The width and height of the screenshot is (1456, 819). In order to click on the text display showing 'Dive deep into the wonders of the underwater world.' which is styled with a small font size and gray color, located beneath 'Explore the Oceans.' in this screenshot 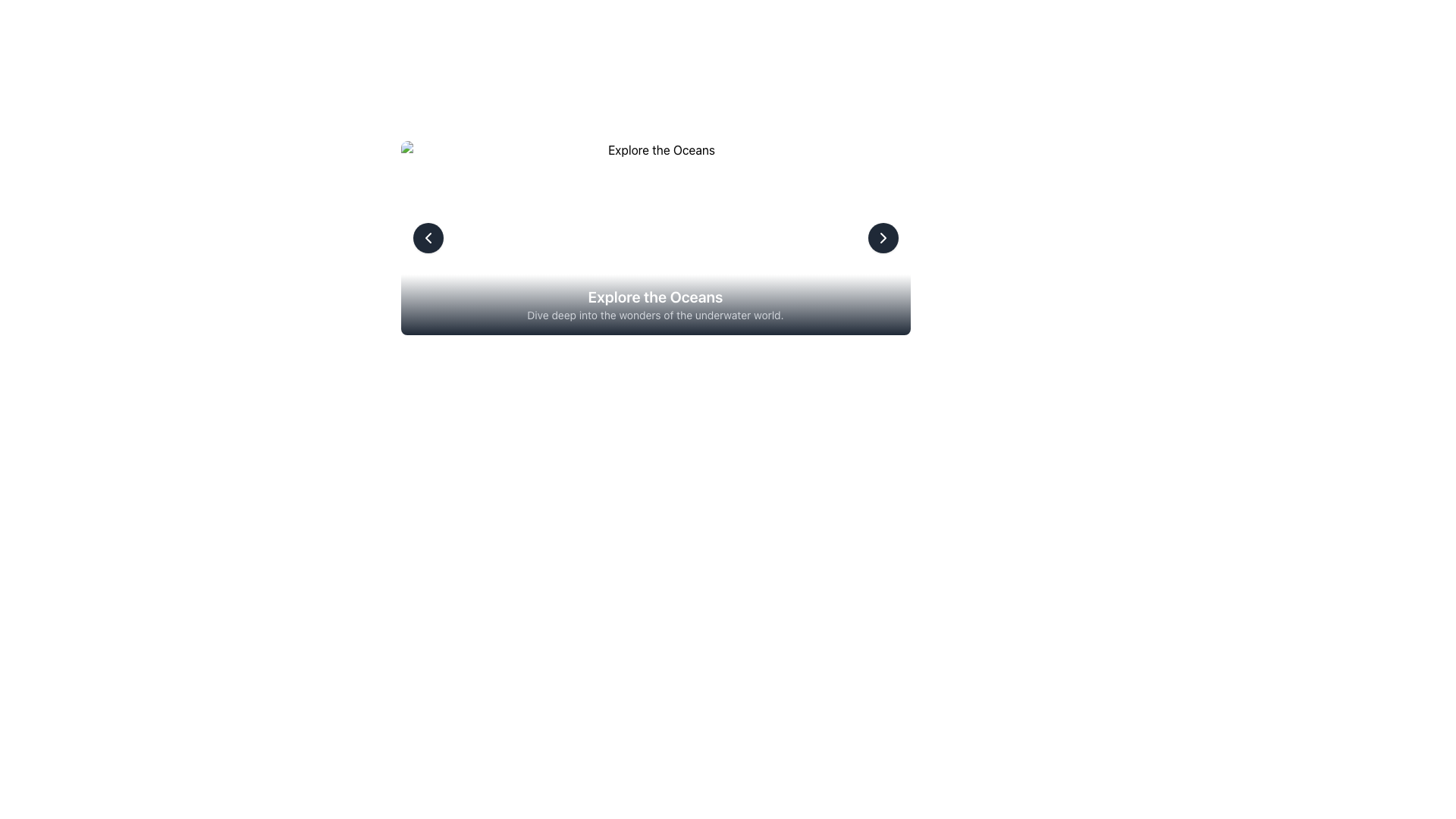, I will do `click(655, 315)`.